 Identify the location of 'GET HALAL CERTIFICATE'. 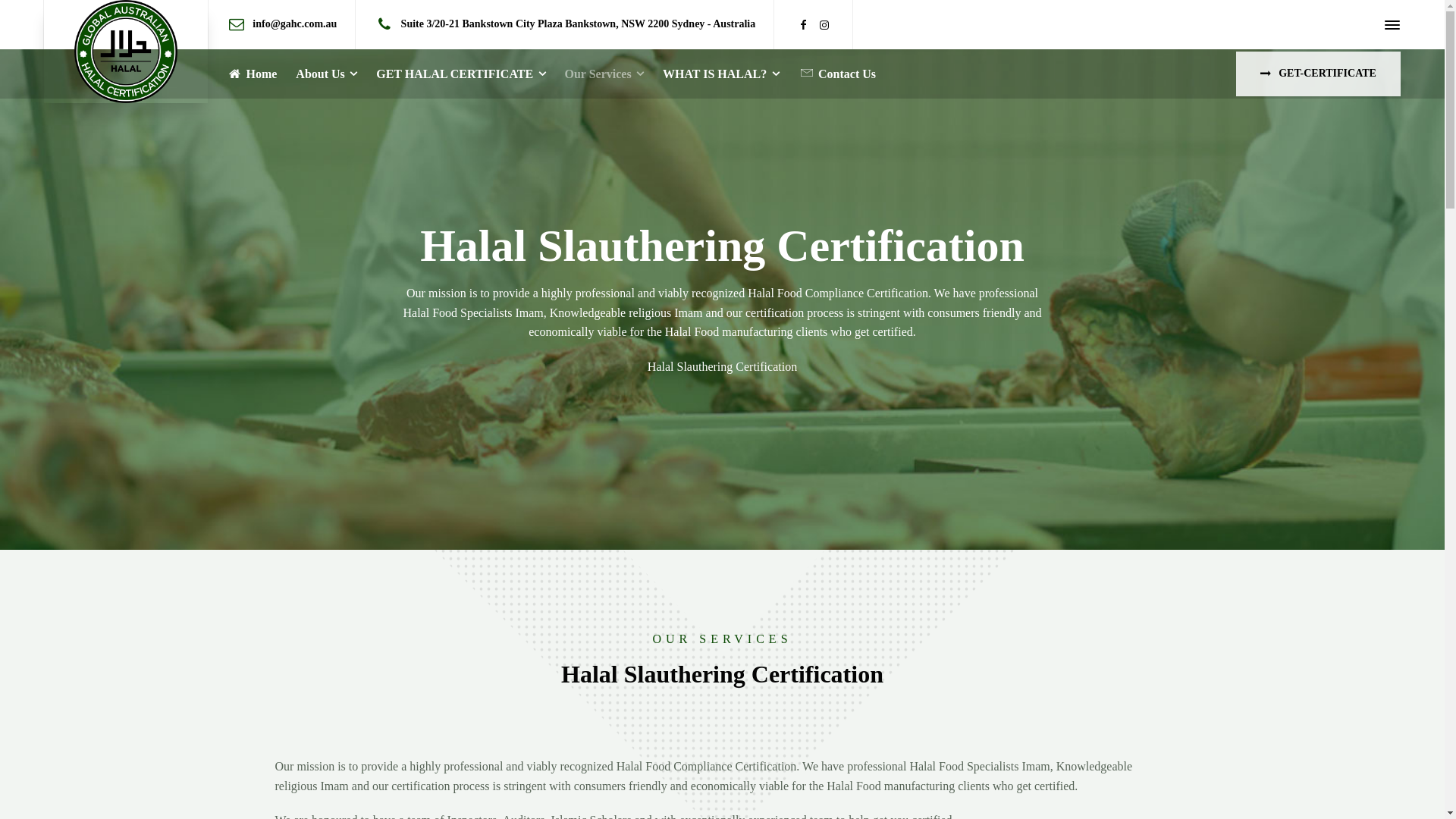
(367, 74).